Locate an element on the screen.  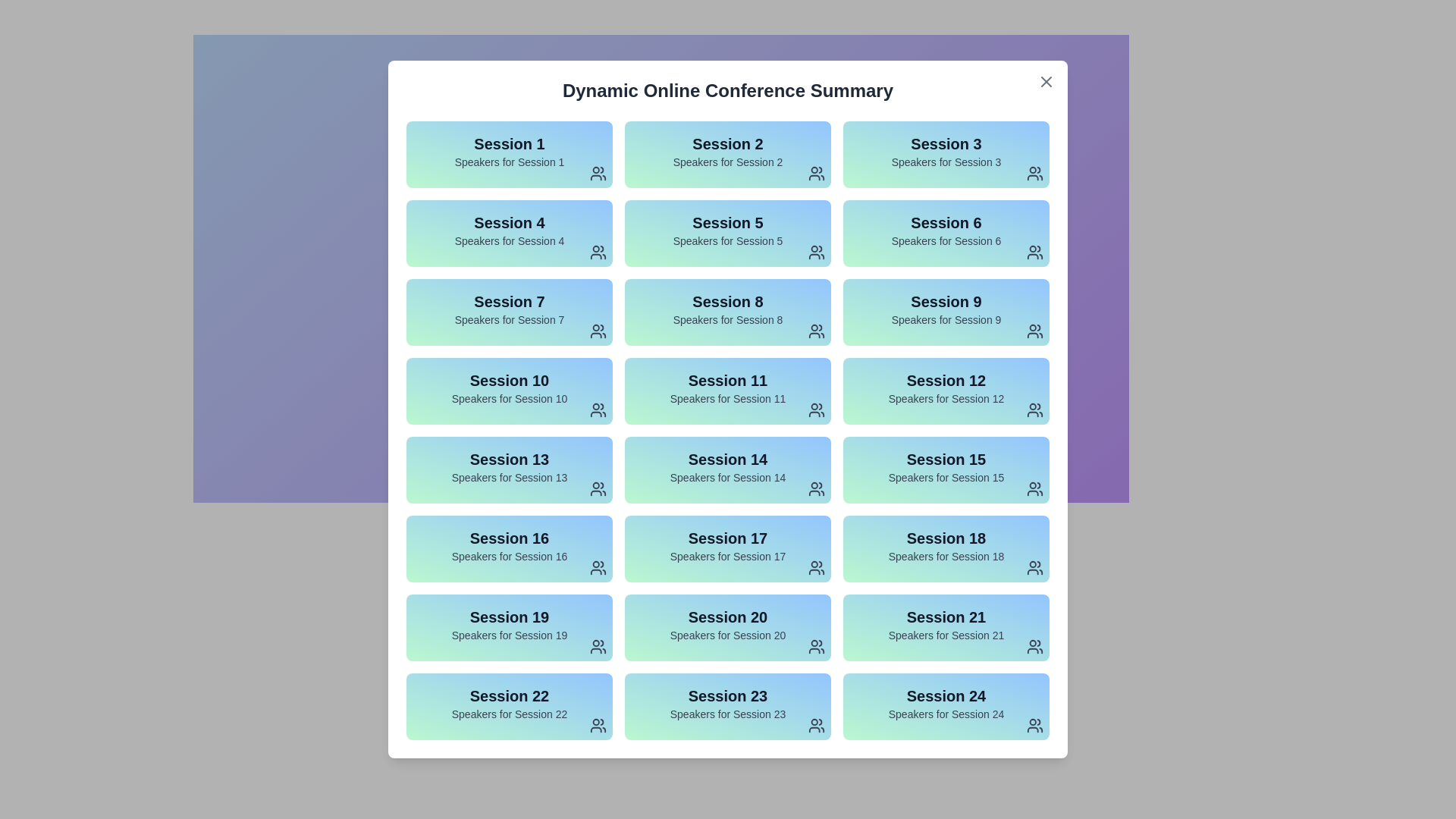
the close button at the top-right corner of the dialog is located at coordinates (1046, 82).